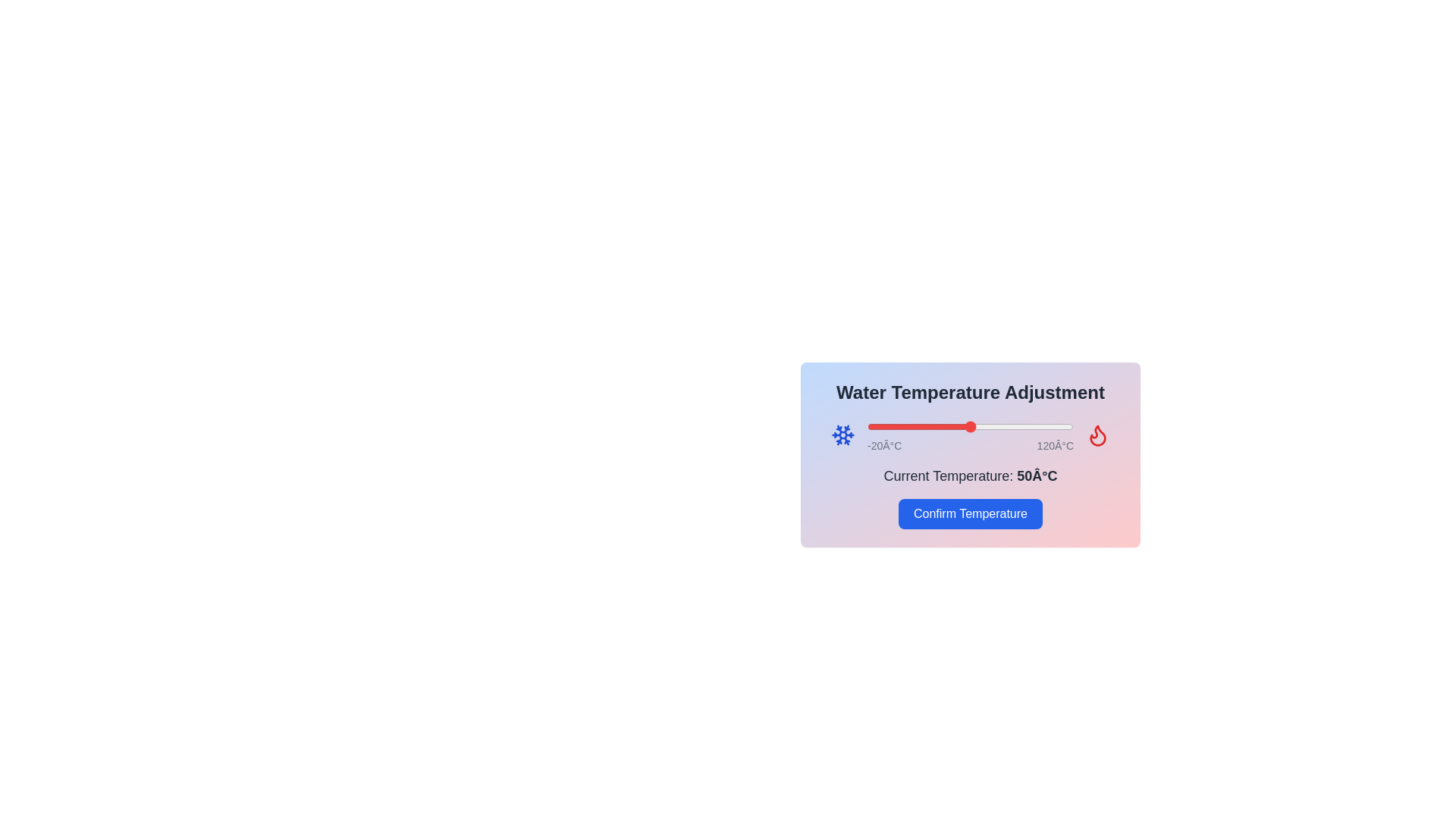  Describe the element at coordinates (1026, 427) in the screenshot. I see `the temperature slider to 88°C` at that location.